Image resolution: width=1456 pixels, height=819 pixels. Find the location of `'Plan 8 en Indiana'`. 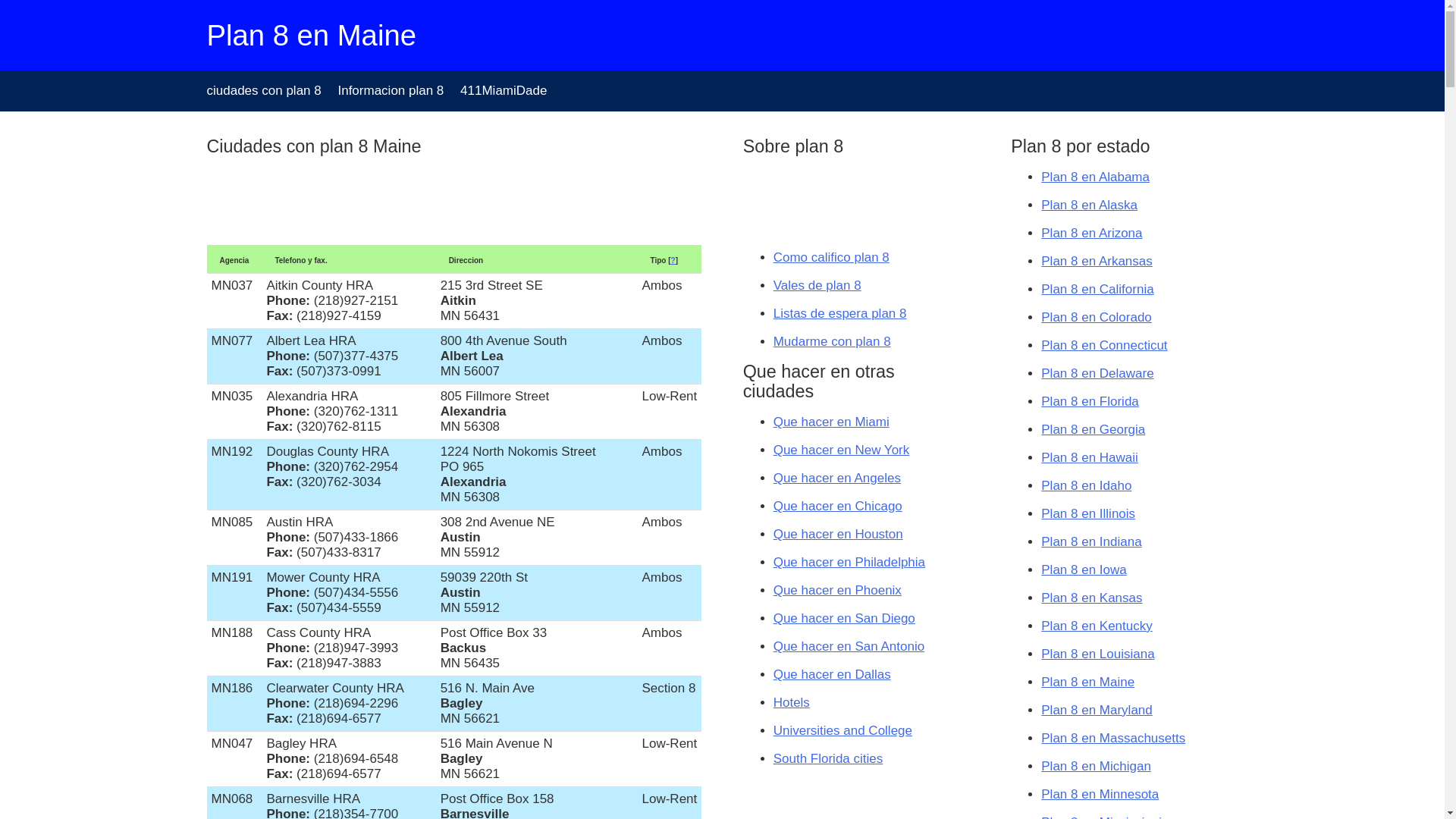

'Plan 8 en Indiana' is located at coordinates (1090, 541).